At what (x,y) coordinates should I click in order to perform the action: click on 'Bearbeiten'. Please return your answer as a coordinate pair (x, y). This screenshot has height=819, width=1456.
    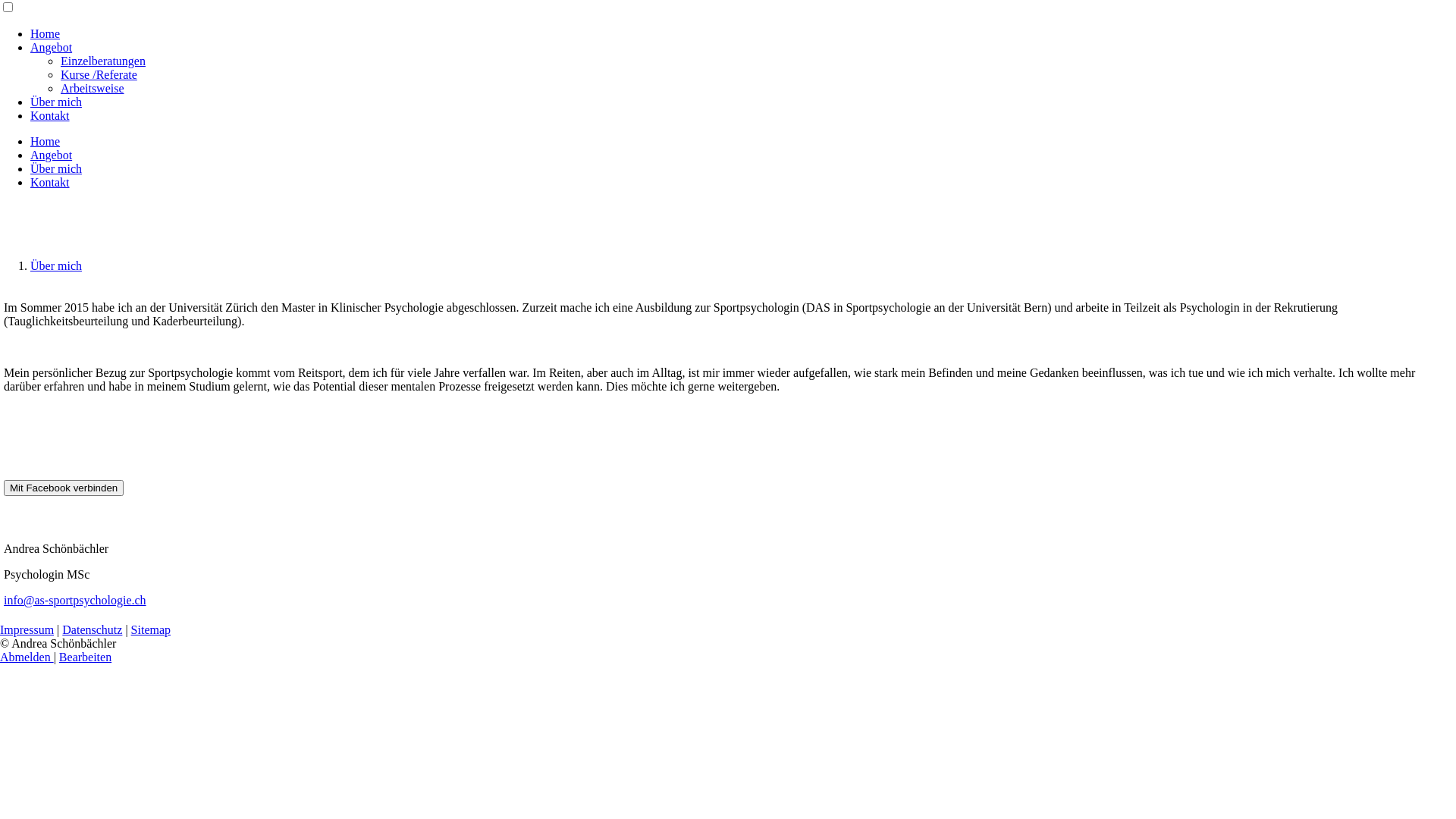
    Looking at the image, I should click on (58, 656).